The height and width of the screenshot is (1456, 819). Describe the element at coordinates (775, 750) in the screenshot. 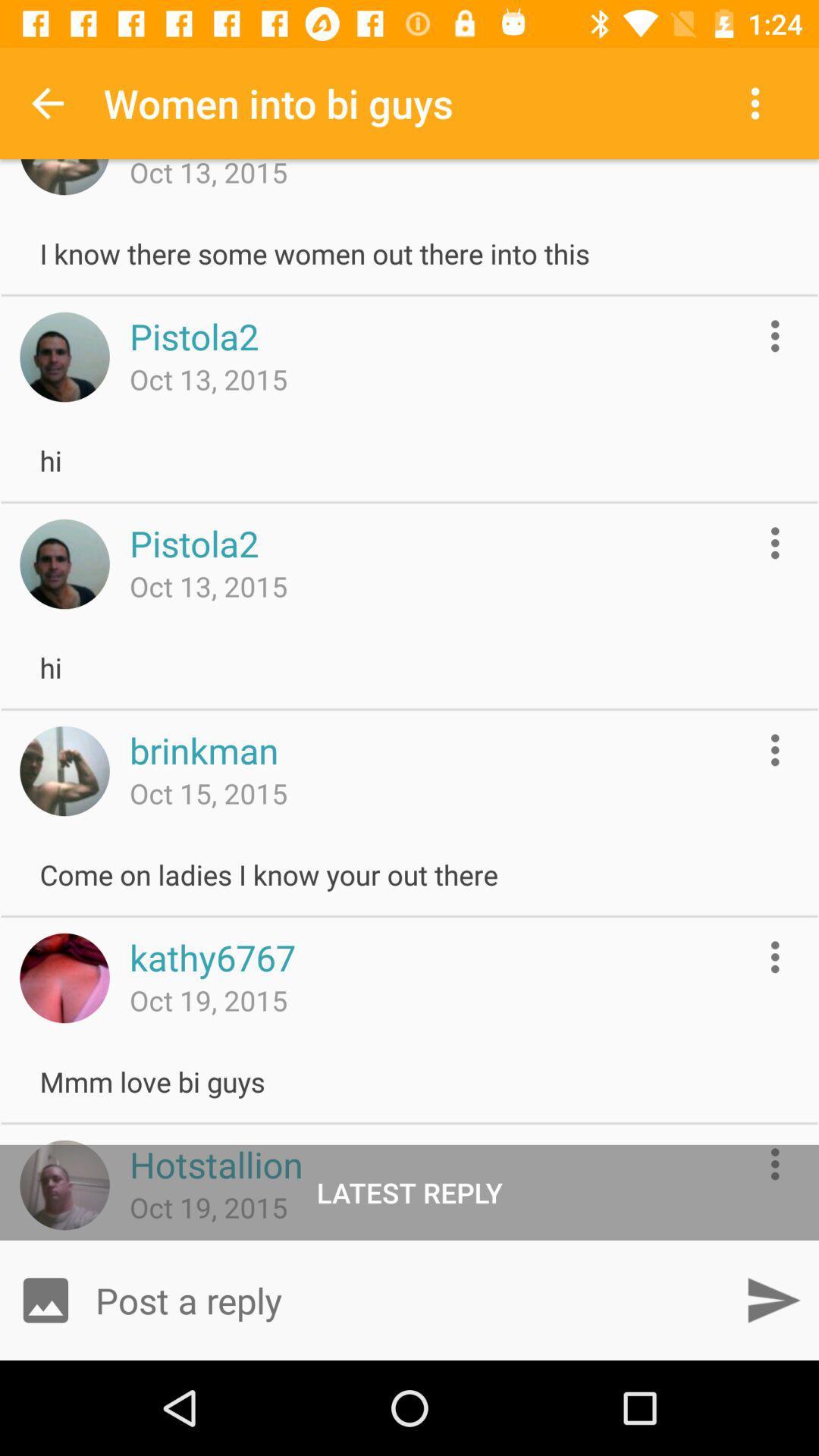

I see `more information` at that location.